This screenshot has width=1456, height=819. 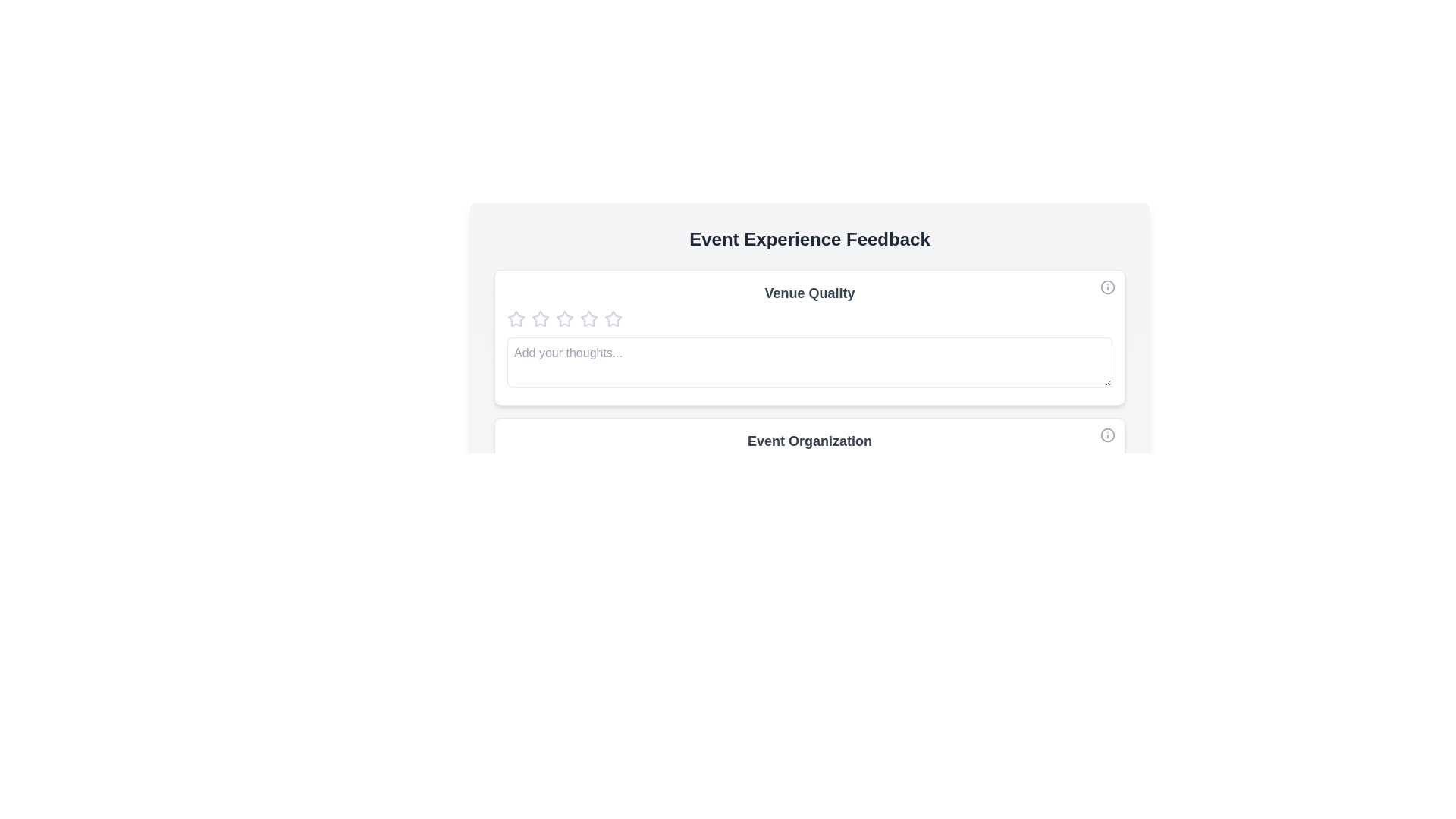 I want to click on the information tooltip icon located at the top-right corner of the 'Venue Quality' section, so click(x=1107, y=287).